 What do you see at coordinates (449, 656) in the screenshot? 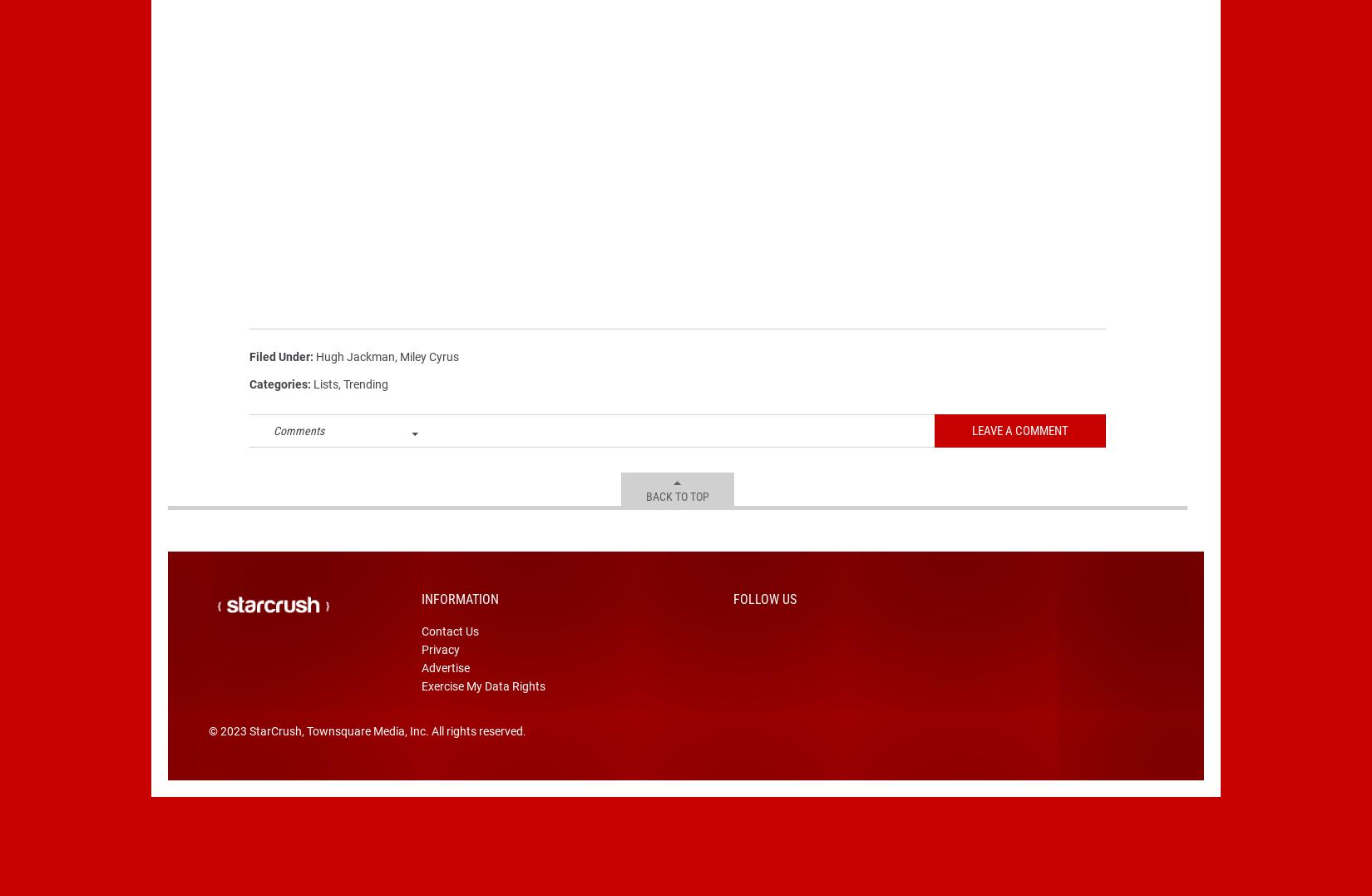
I see `'Contact Us'` at bounding box center [449, 656].